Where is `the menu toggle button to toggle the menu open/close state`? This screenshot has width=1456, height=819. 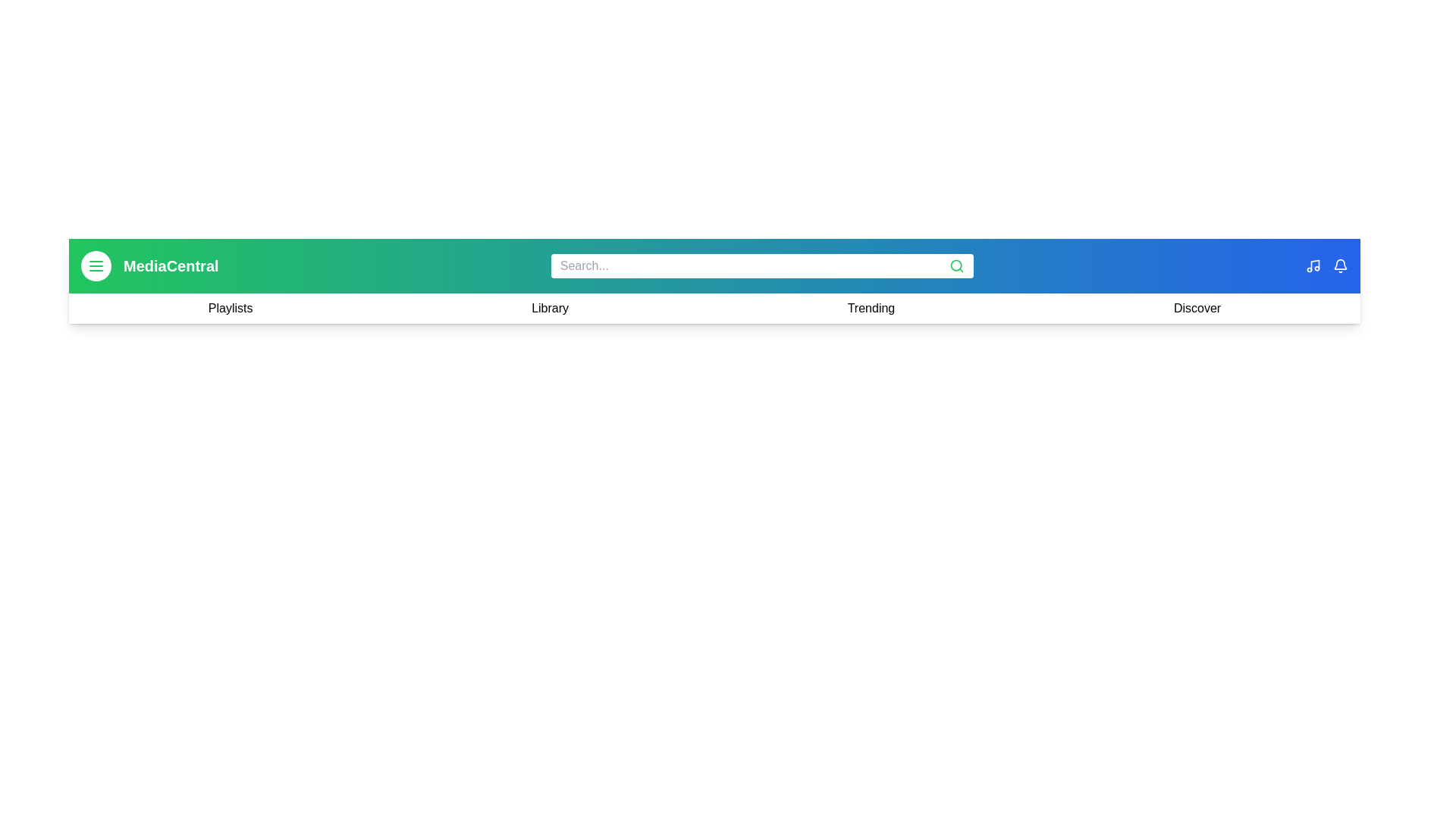
the menu toggle button to toggle the menu open/close state is located at coordinates (95, 265).